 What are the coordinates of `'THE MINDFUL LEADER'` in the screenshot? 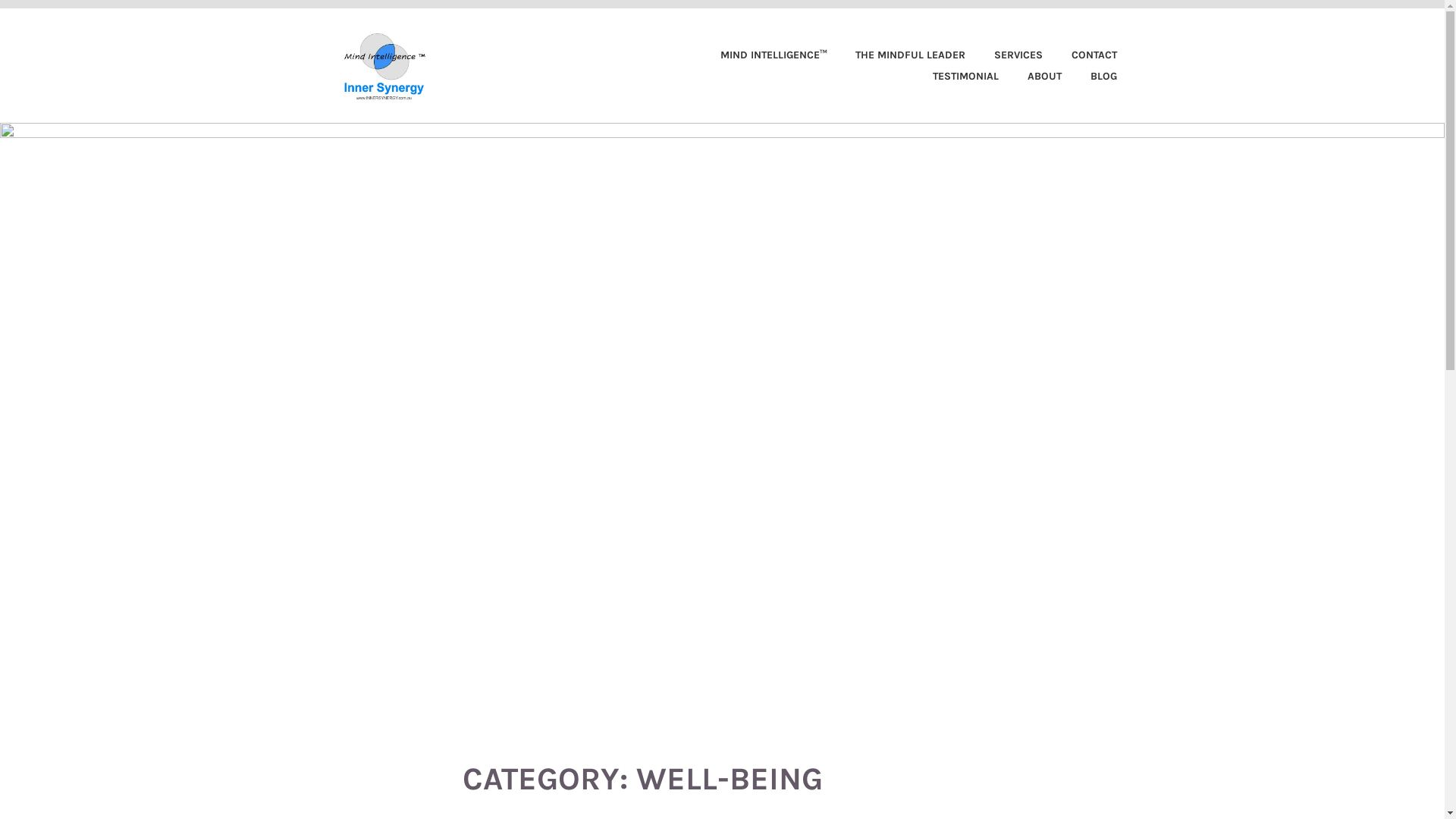 It's located at (898, 55).